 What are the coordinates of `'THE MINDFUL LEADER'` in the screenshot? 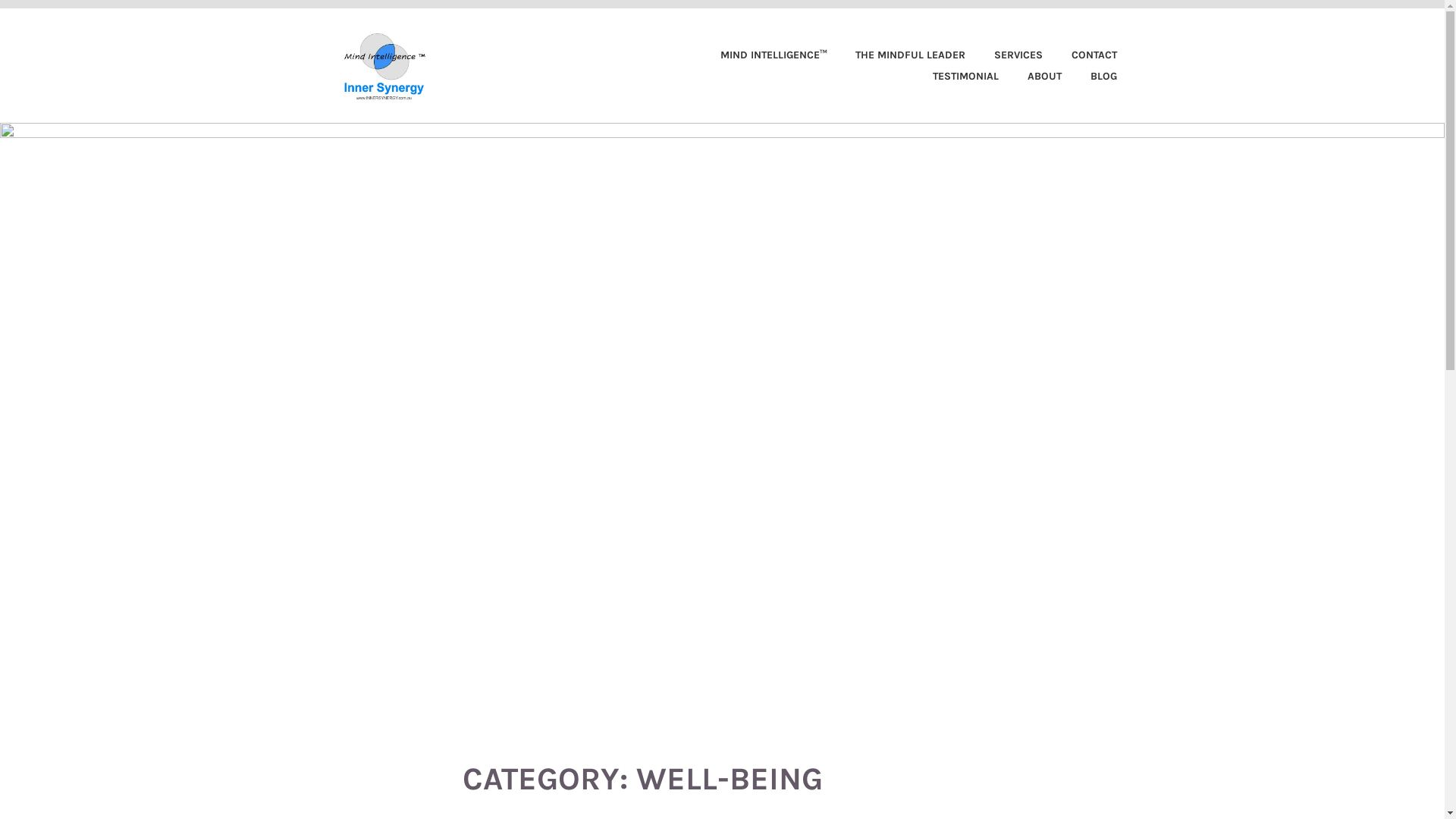 It's located at (898, 55).